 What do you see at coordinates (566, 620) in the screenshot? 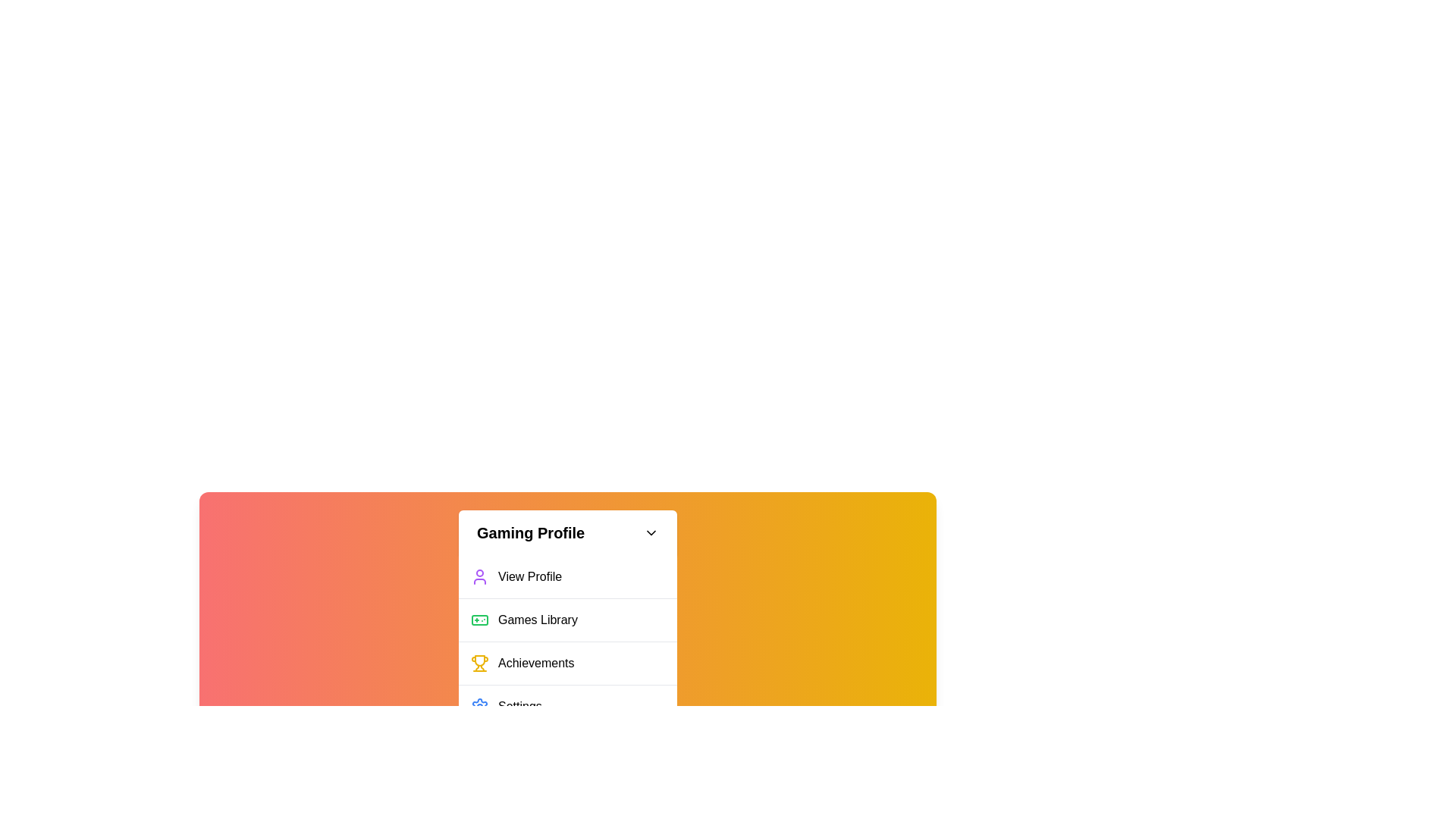
I see `the 'Games Library' option in the menu` at bounding box center [566, 620].